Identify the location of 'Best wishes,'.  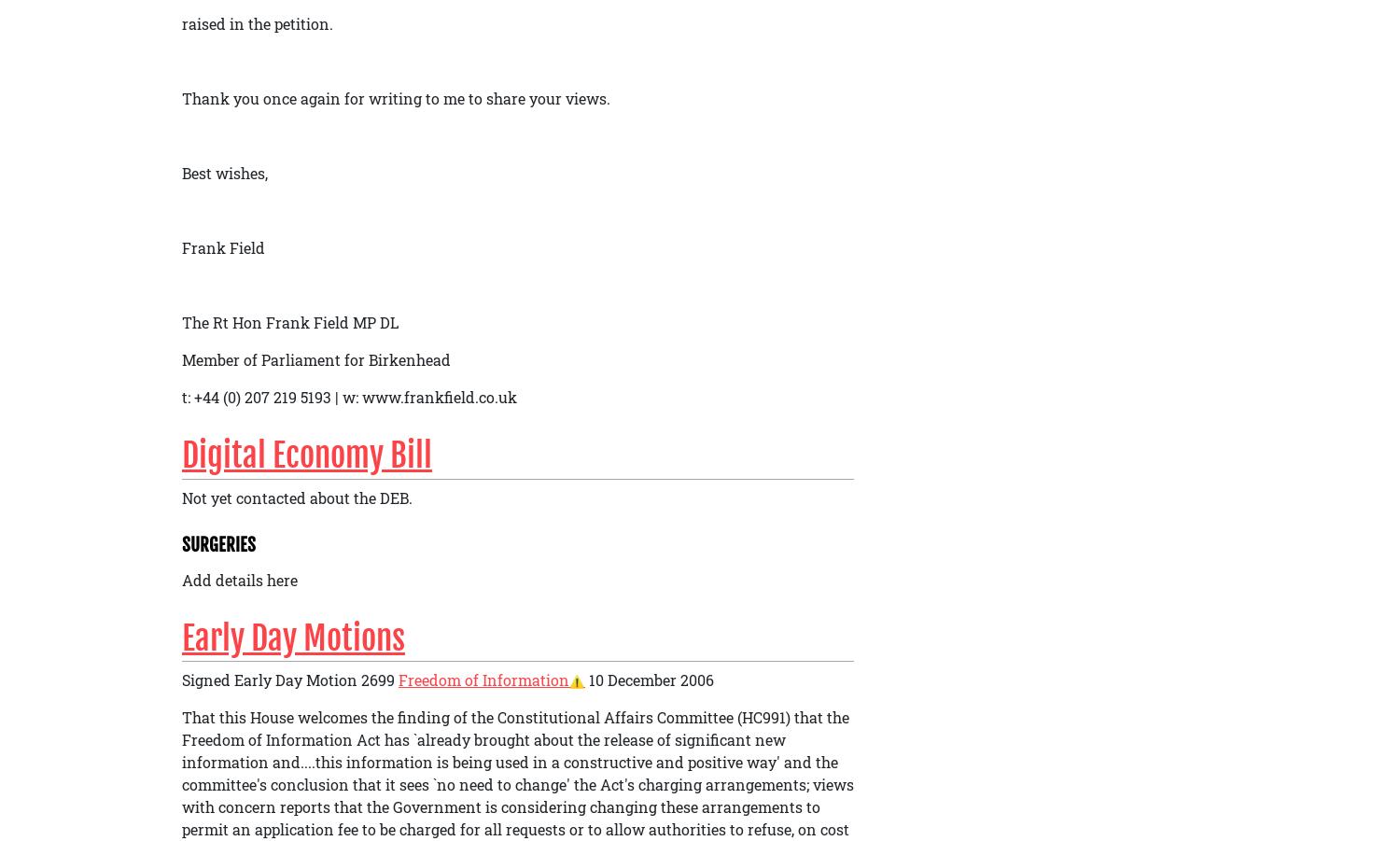
(224, 171).